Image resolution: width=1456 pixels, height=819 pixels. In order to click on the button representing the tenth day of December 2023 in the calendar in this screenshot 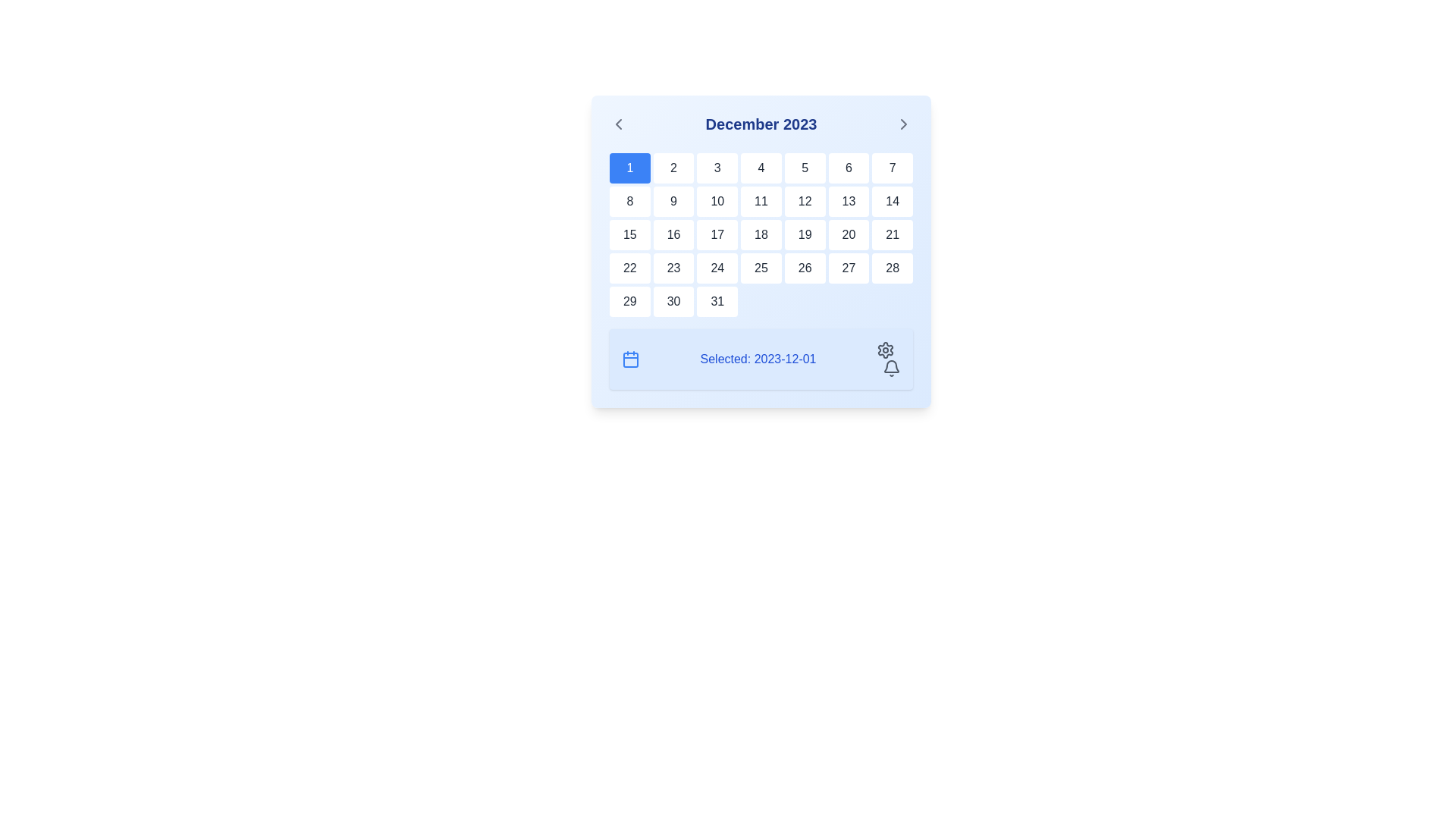, I will do `click(717, 201)`.